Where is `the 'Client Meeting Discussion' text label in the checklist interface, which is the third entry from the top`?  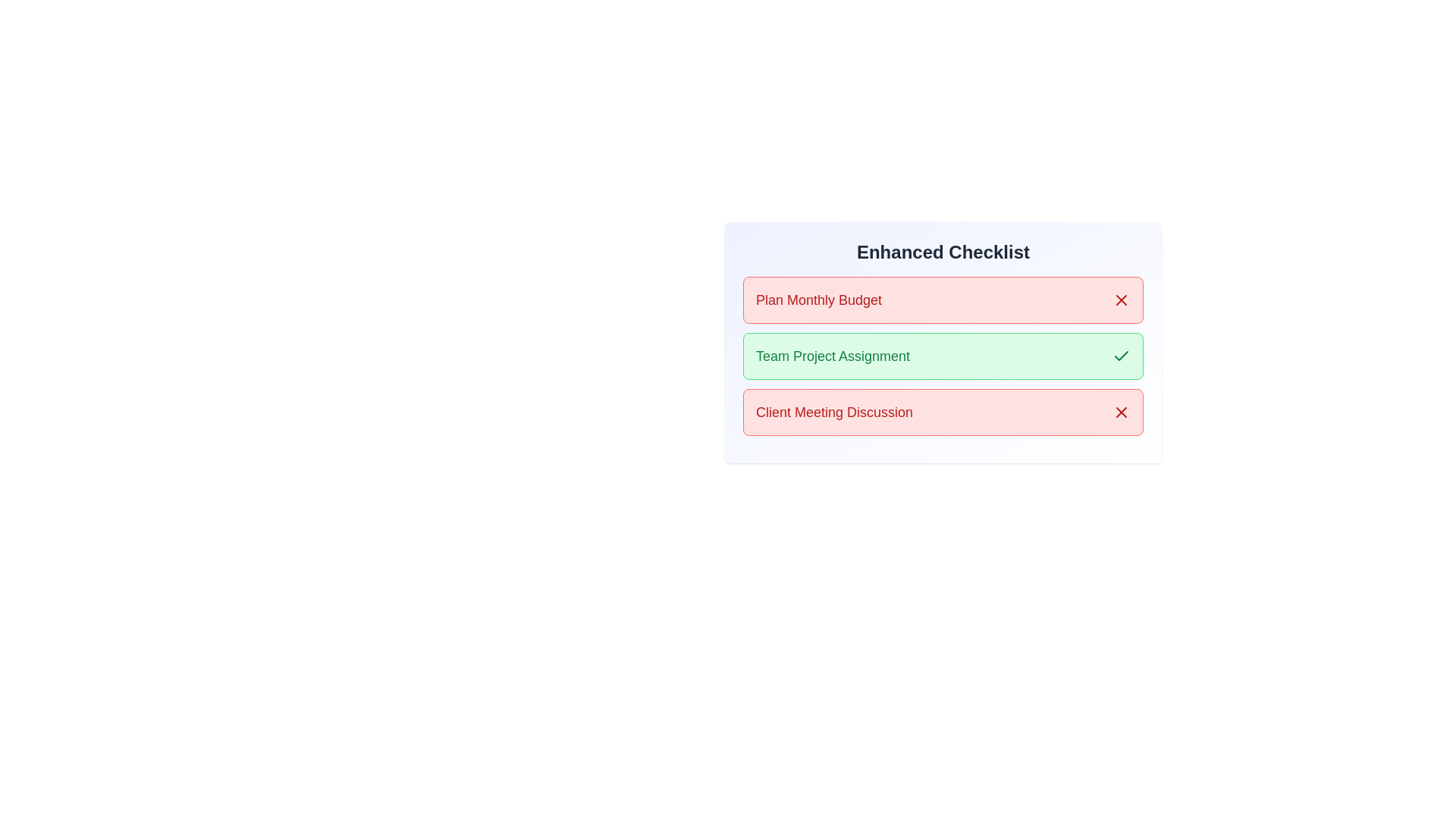 the 'Client Meeting Discussion' text label in the checklist interface, which is the third entry from the top is located at coordinates (833, 412).